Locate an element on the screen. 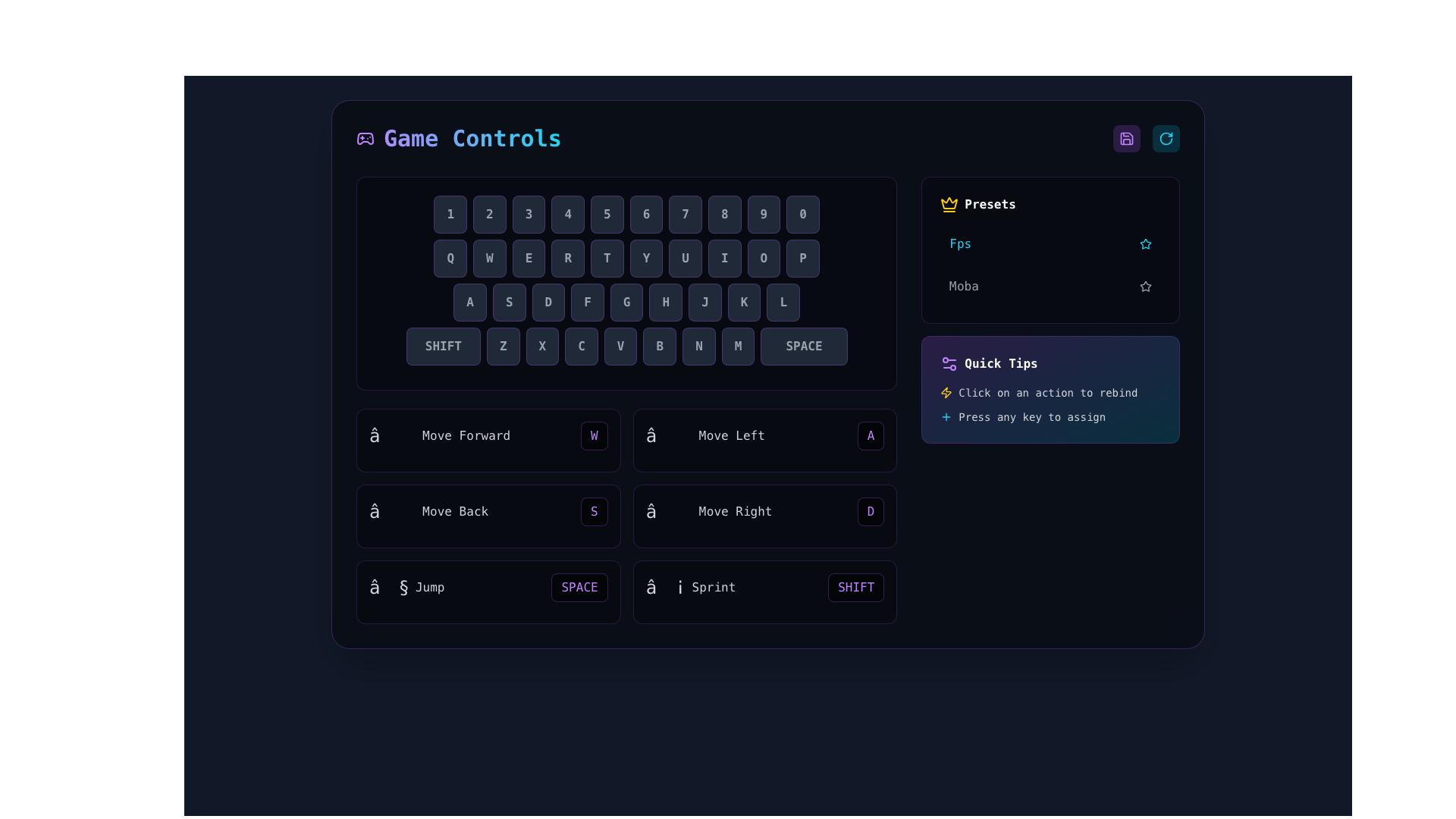  the square-shaped button with a dark background and light gray text displaying the number '9', which is part of a row of buttons is located at coordinates (764, 214).